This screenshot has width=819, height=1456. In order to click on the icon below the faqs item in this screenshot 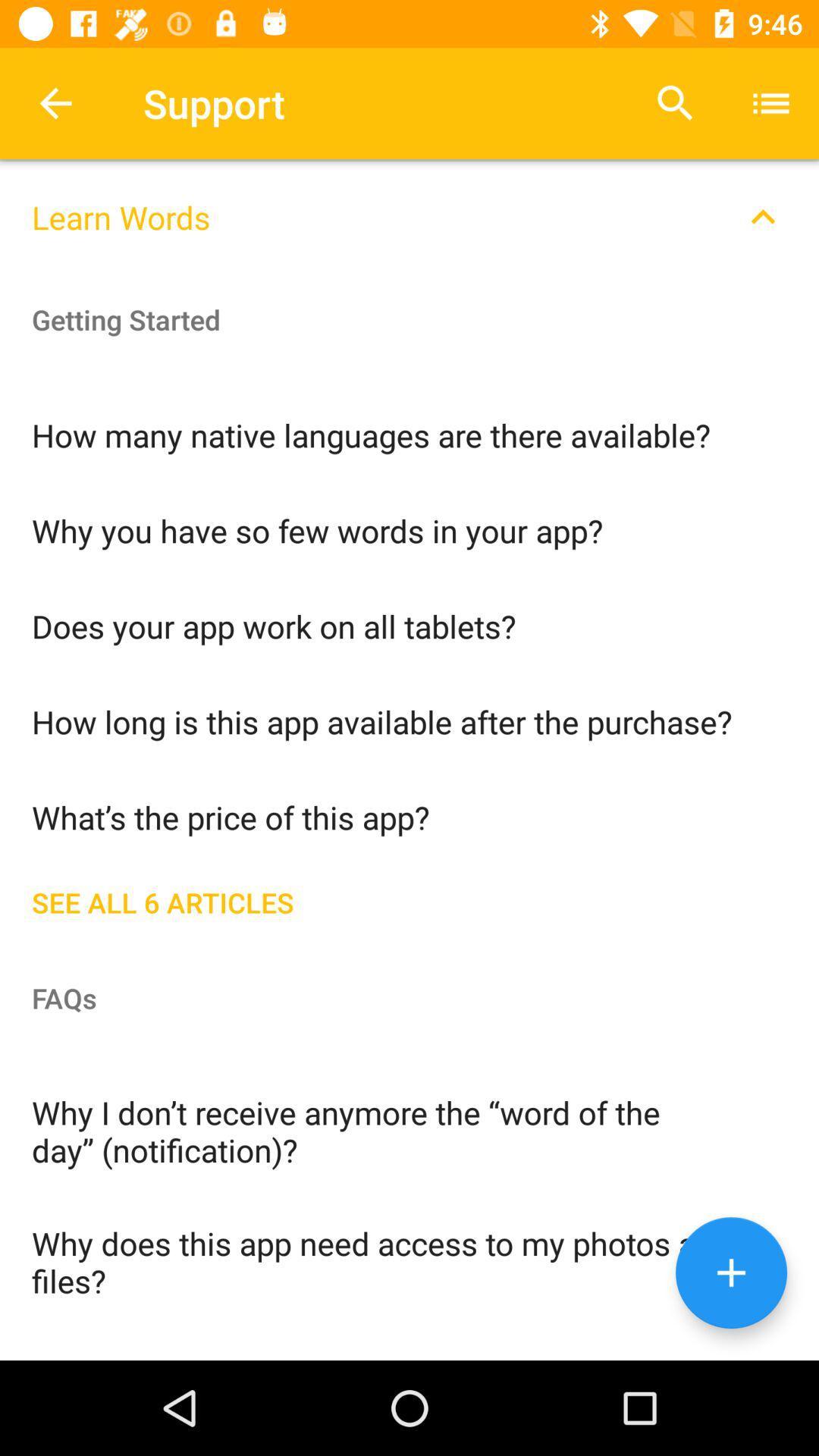, I will do `click(409, 1130)`.